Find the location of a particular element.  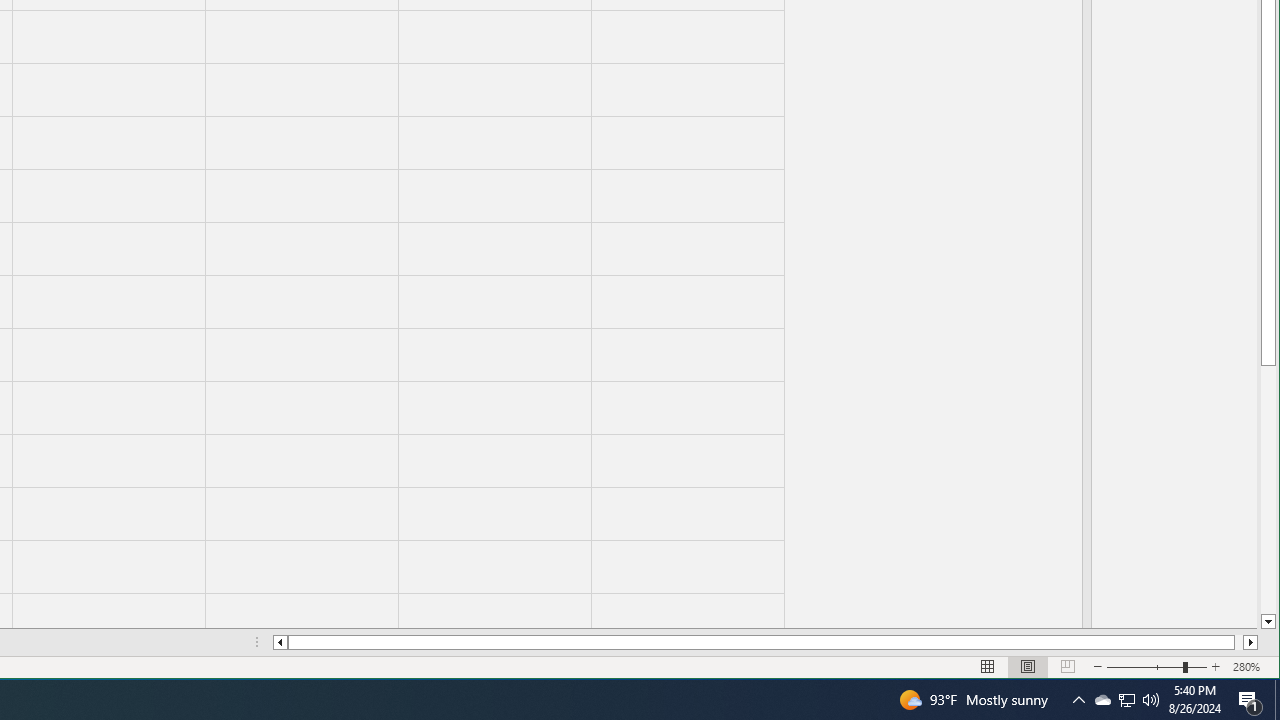

'Action Center, 1 new notification' is located at coordinates (1250, 698).